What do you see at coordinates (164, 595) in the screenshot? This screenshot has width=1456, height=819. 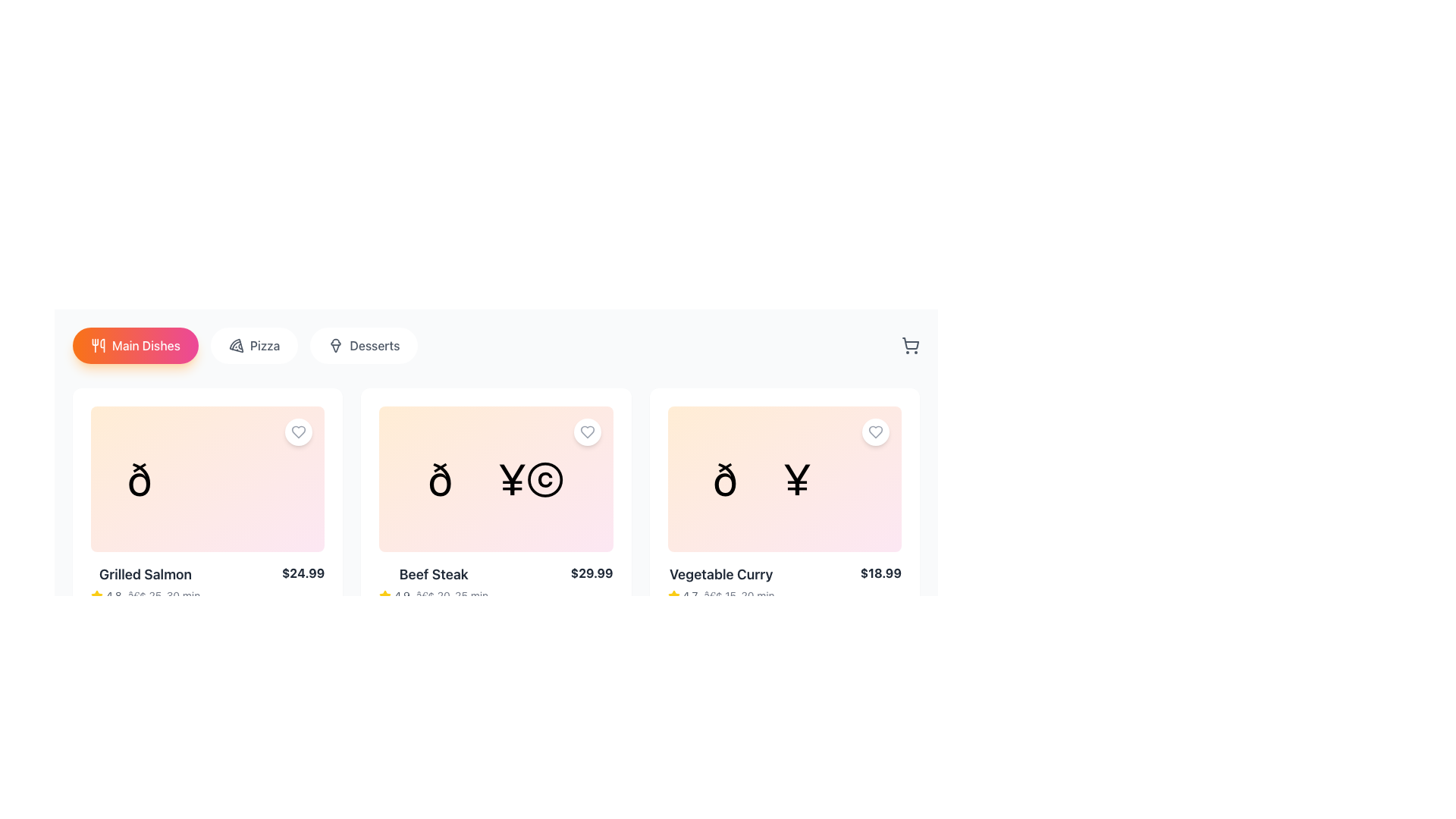 I see `the estimated delivery time label for the menu item 'Grilled Salmon', which is located below the title and after the rating value and icons` at bounding box center [164, 595].